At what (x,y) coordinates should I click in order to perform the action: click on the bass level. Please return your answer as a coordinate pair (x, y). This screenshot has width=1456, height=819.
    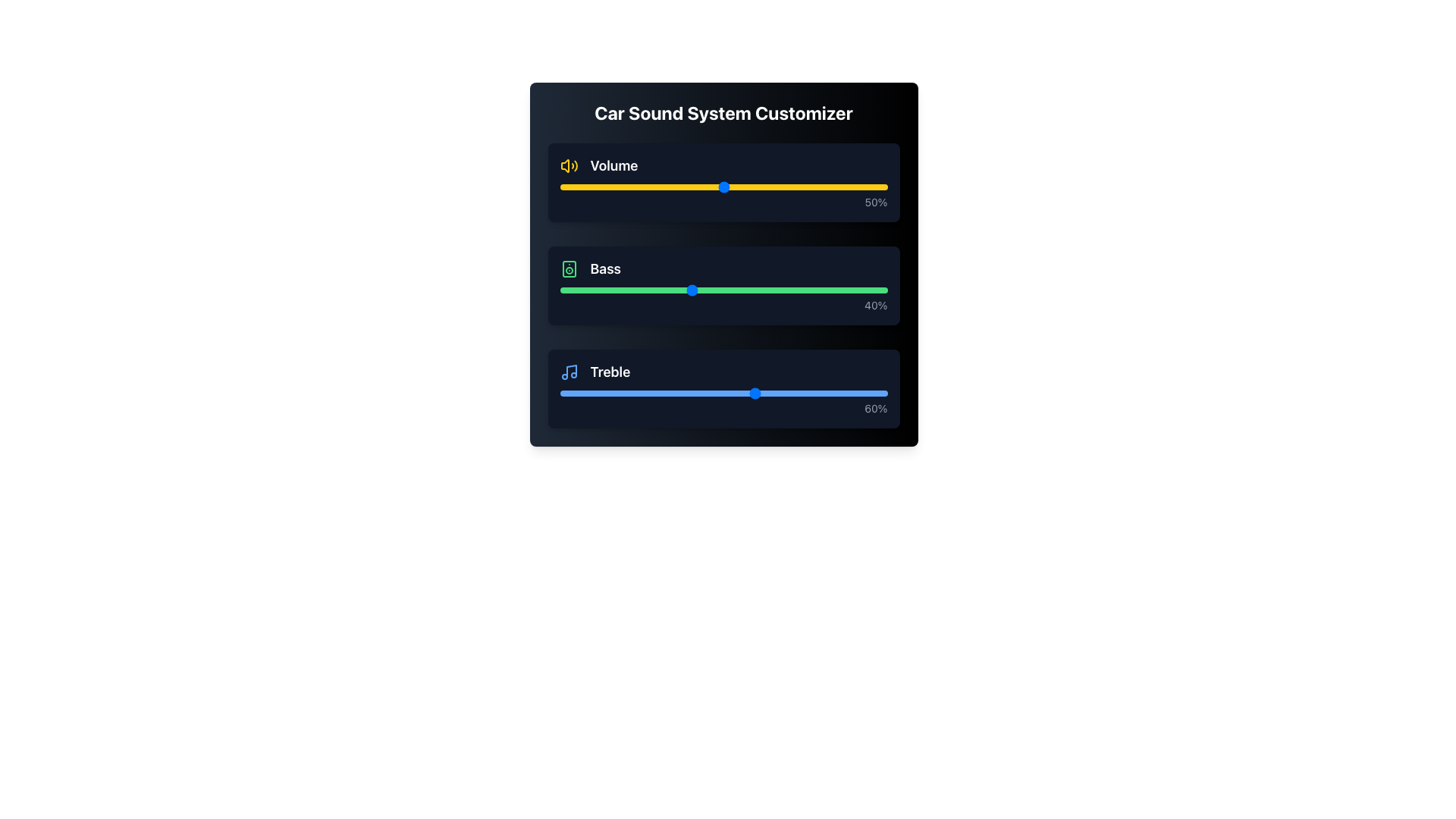
    Looking at the image, I should click on (786, 290).